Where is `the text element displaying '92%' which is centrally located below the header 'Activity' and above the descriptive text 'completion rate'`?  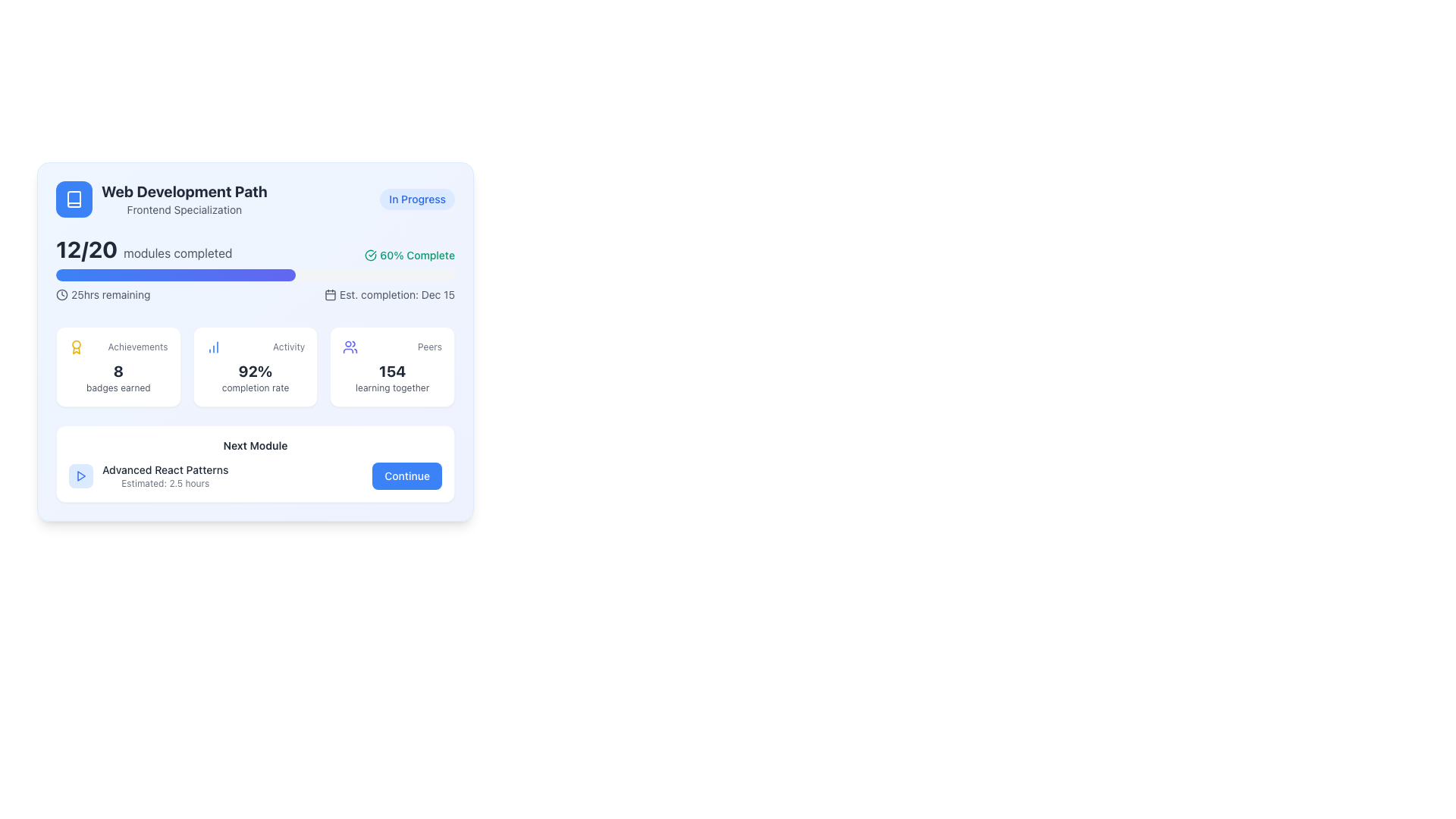
the text element displaying '92%' which is centrally located below the header 'Activity' and above the descriptive text 'completion rate' is located at coordinates (255, 371).